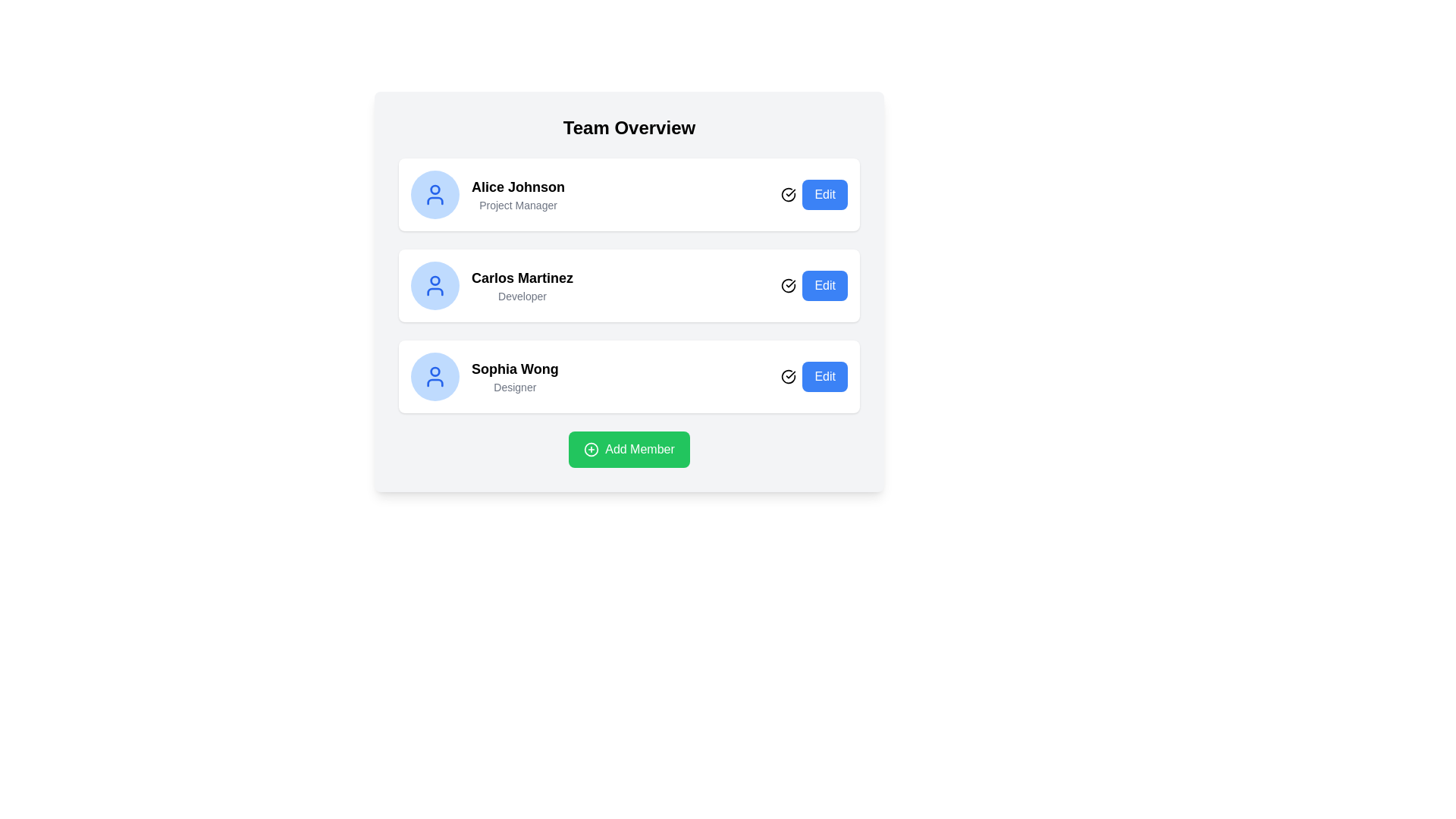 The image size is (1456, 819). What do you see at coordinates (488, 194) in the screenshot?
I see `the topmost profile display card in the team member list` at bounding box center [488, 194].